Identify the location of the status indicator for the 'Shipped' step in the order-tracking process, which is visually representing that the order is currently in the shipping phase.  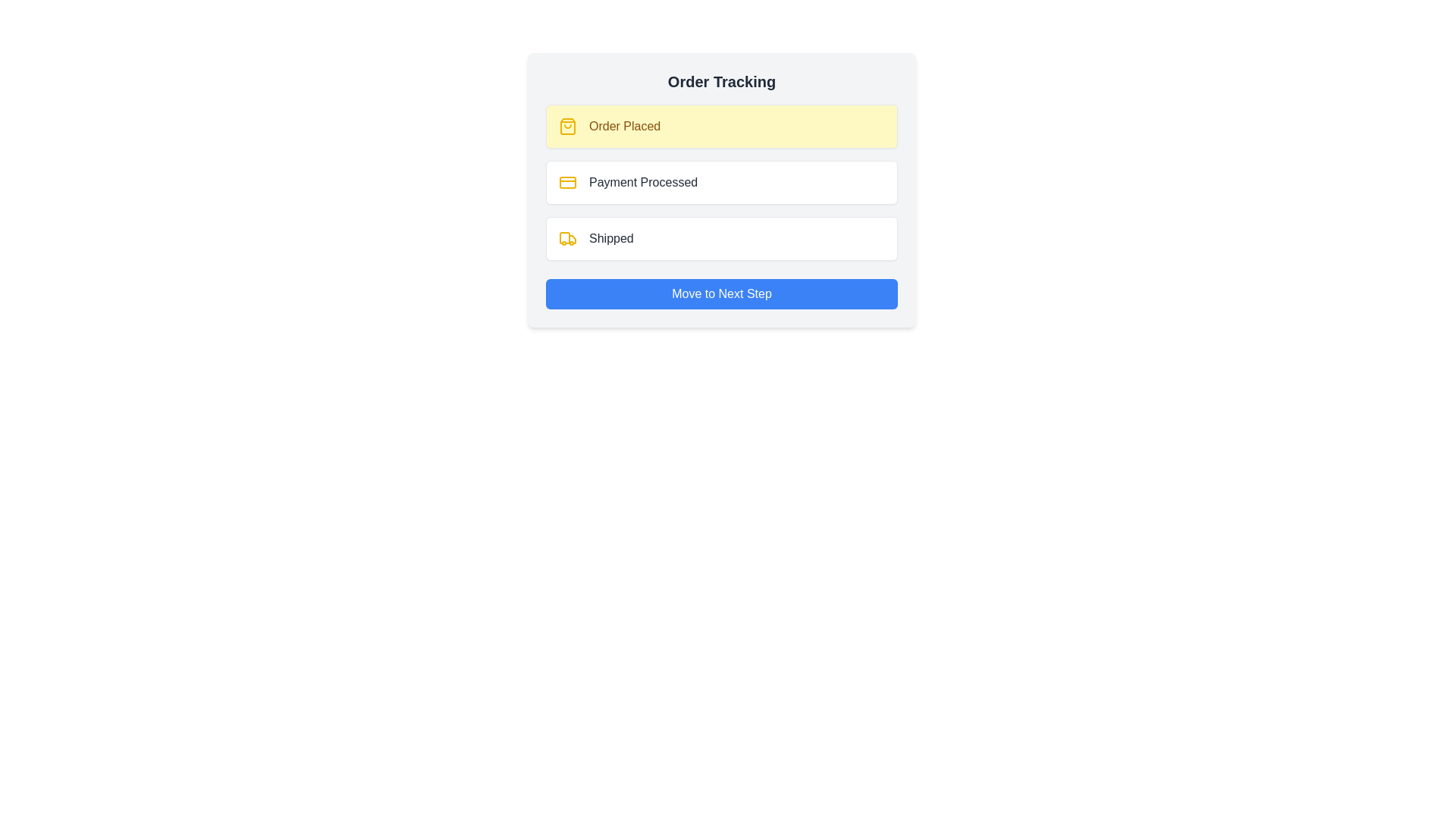
(720, 239).